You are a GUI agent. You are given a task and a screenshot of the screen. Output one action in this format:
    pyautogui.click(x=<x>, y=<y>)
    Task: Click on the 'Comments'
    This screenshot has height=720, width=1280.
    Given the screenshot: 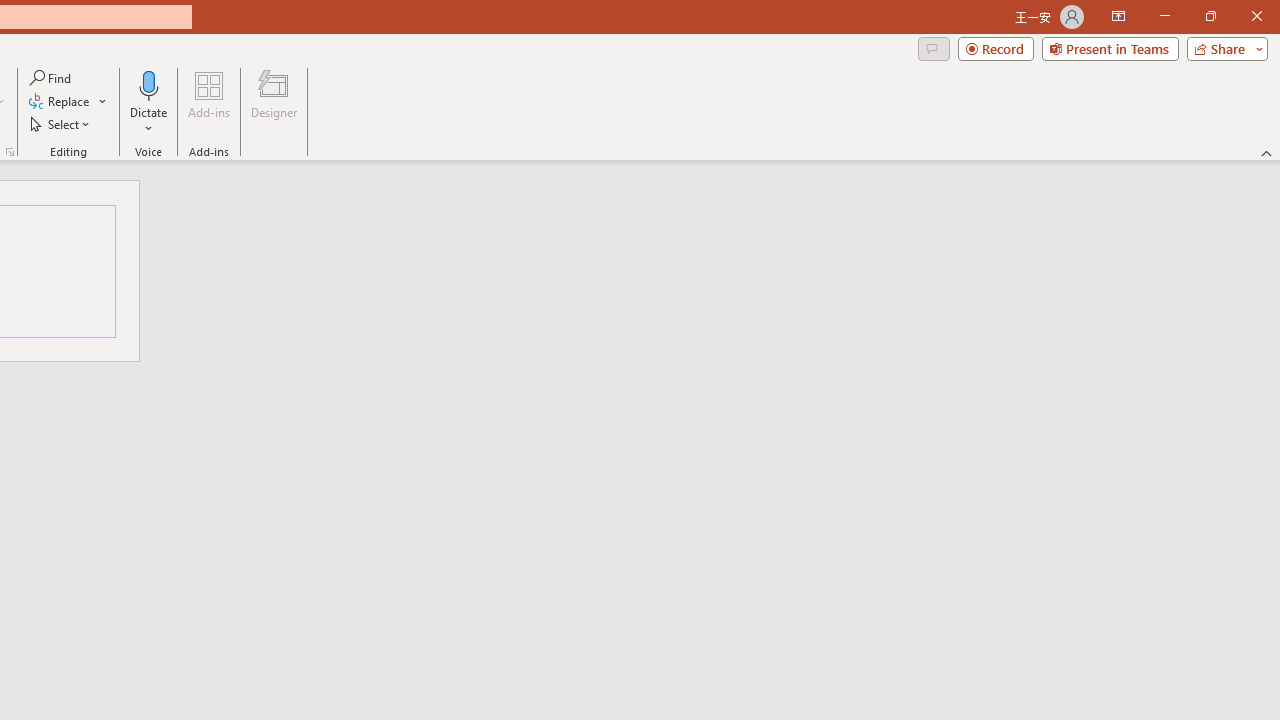 What is the action you would take?
    pyautogui.click(x=932, y=47)
    